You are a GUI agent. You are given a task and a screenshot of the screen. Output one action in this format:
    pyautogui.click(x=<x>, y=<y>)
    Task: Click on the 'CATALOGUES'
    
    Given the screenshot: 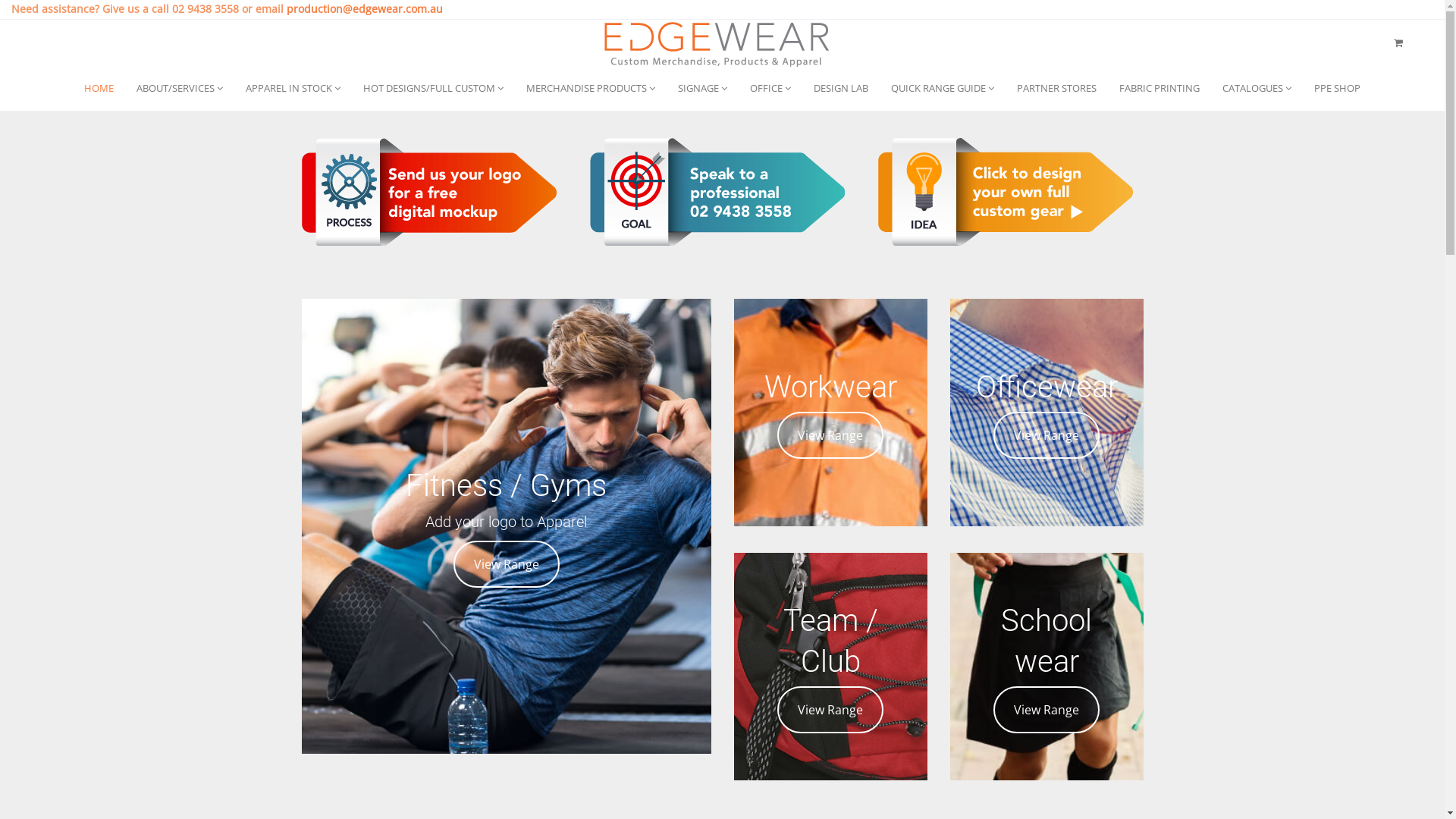 What is the action you would take?
    pyautogui.click(x=1210, y=87)
    